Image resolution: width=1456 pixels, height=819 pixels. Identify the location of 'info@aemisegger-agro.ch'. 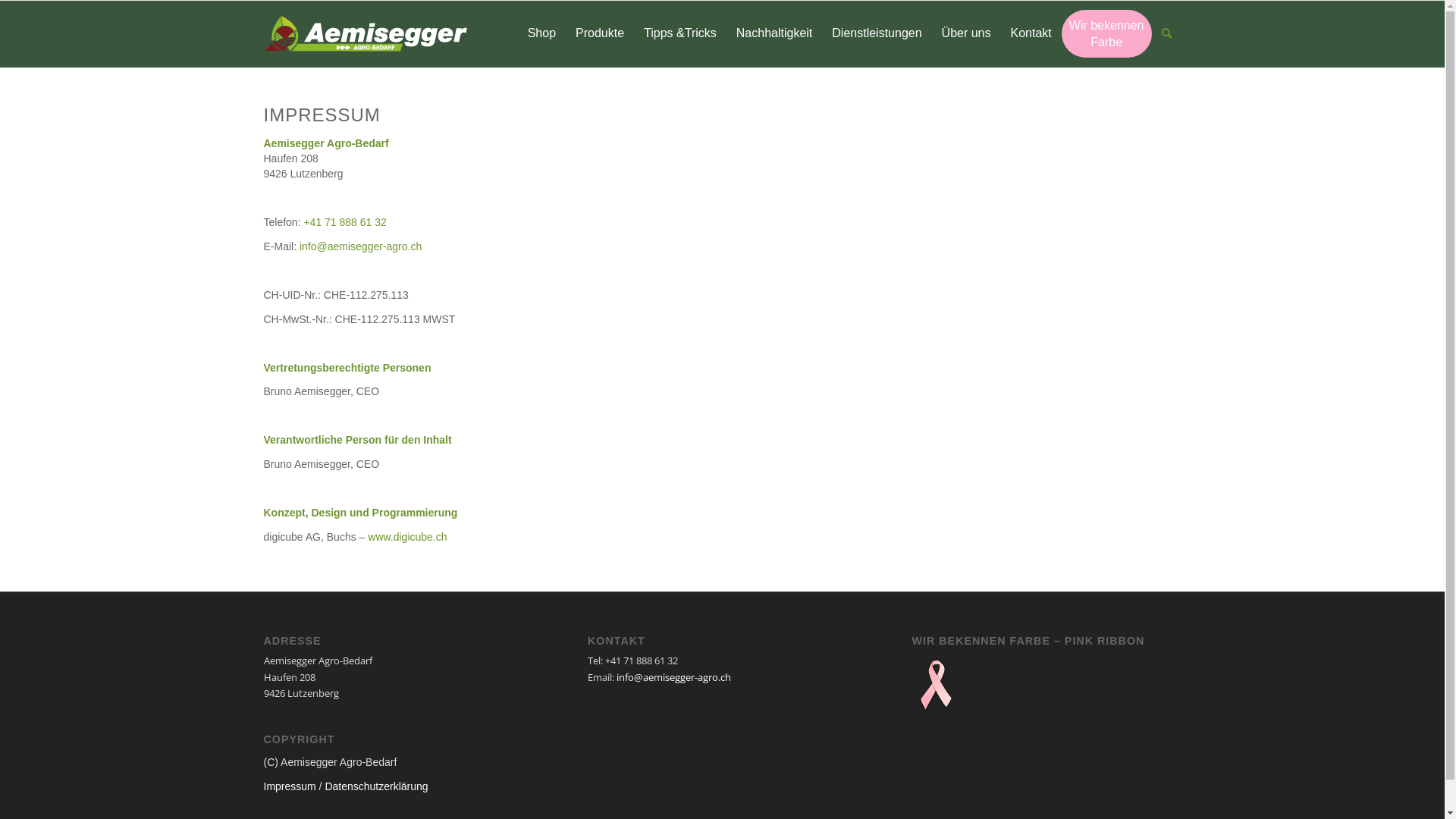
(673, 676).